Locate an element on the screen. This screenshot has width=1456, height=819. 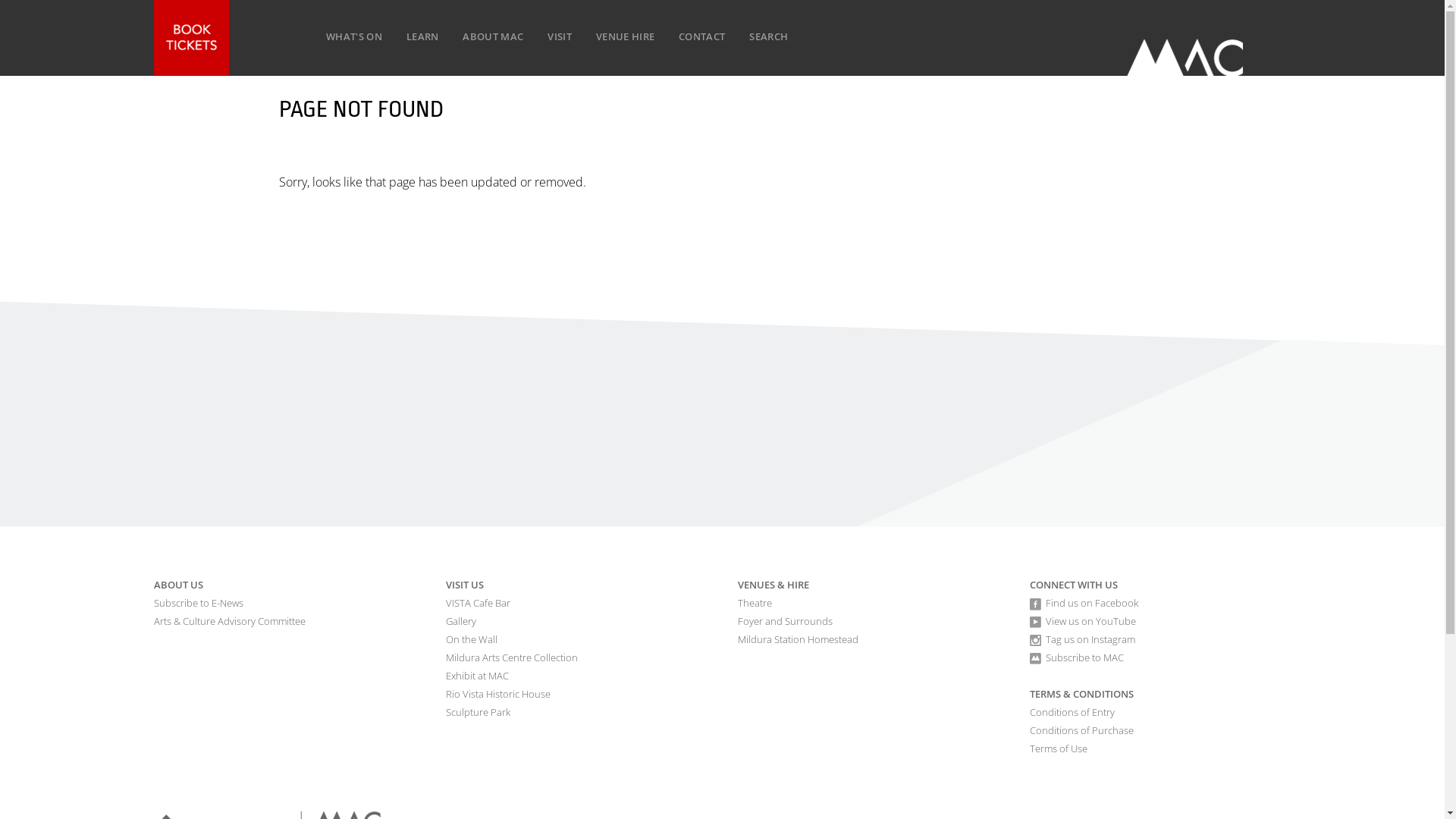
'LEARN' is located at coordinates (422, 36).